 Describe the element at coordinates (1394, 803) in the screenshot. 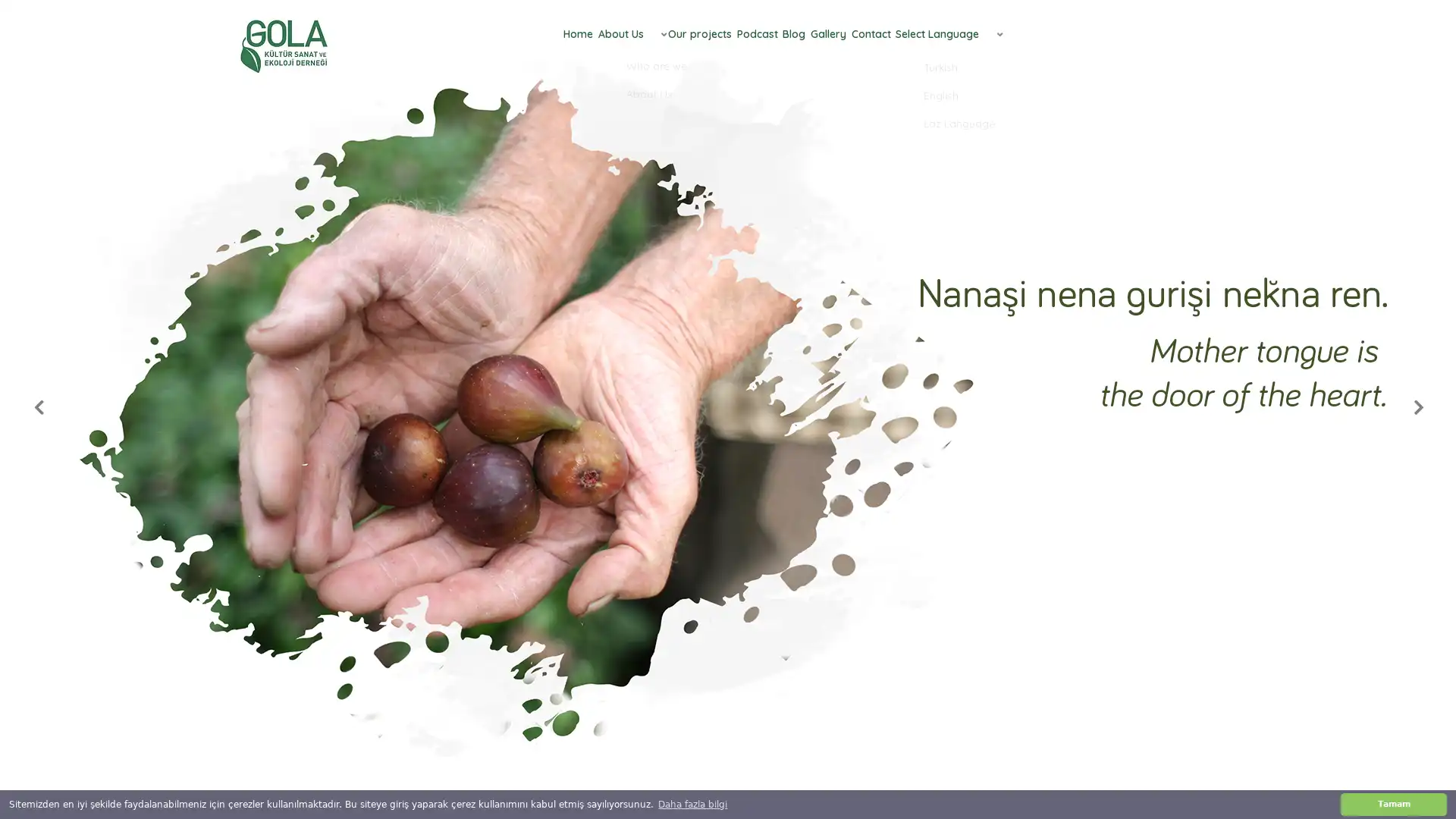

I see `erez kabul edilmedi` at that location.